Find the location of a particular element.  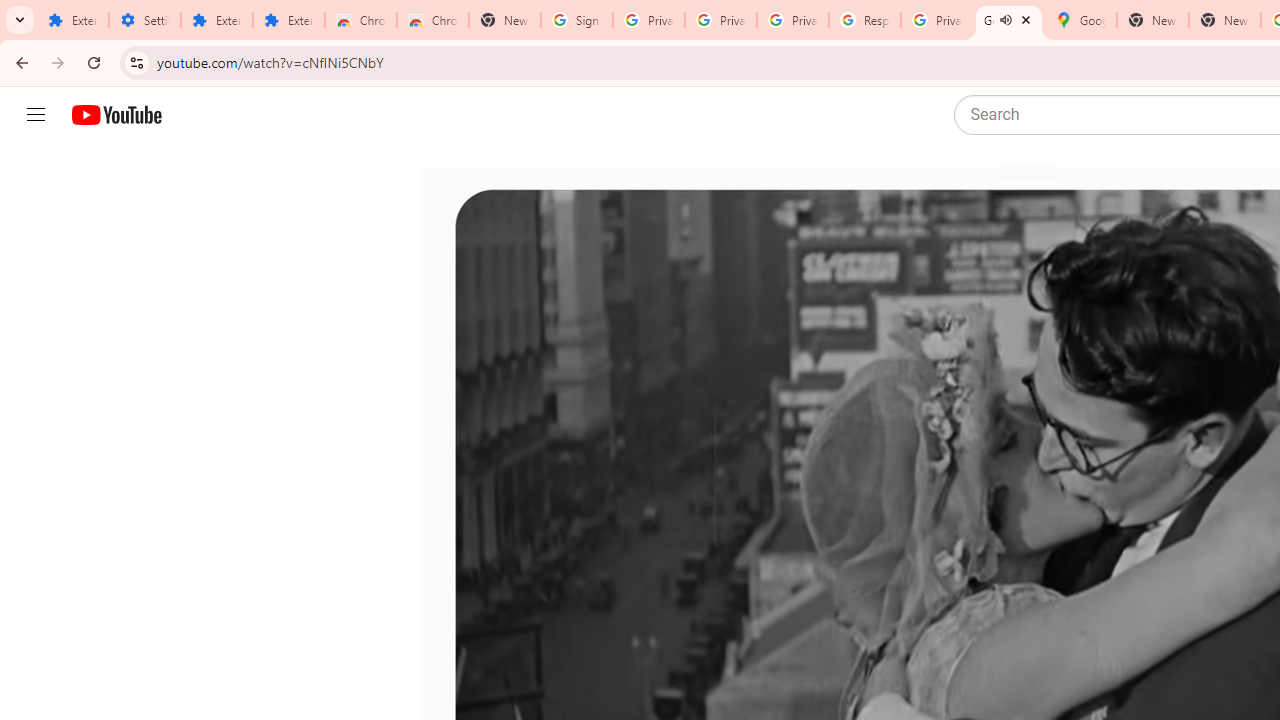

'Chrome Web Store - Themes' is located at coordinates (431, 20).